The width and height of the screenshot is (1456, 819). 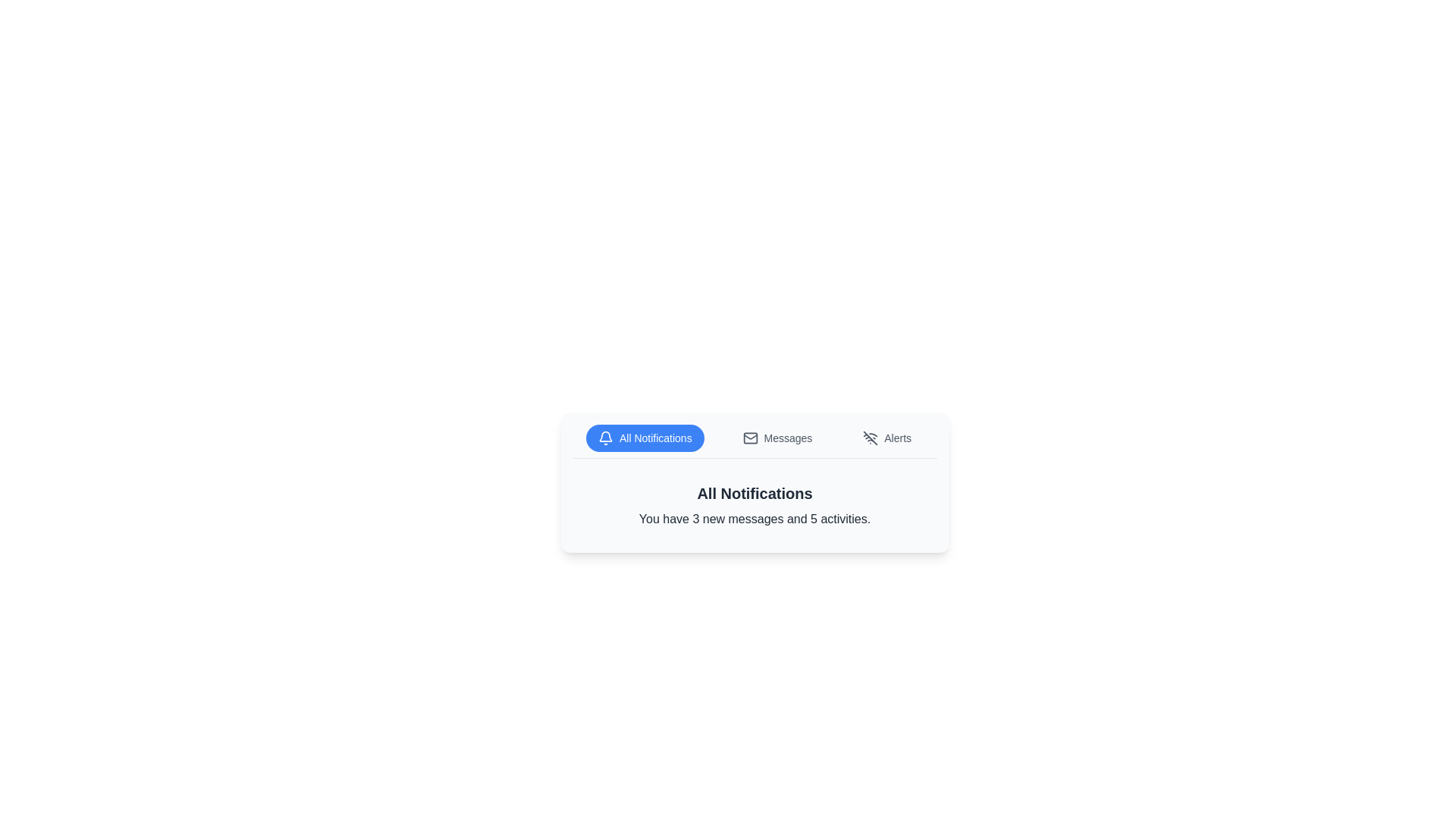 What do you see at coordinates (898, 438) in the screenshot?
I see `the 'Alerts' label, which signifies the 'Alerts' section within the user interface, located adjacent to the muted bell icon` at bounding box center [898, 438].